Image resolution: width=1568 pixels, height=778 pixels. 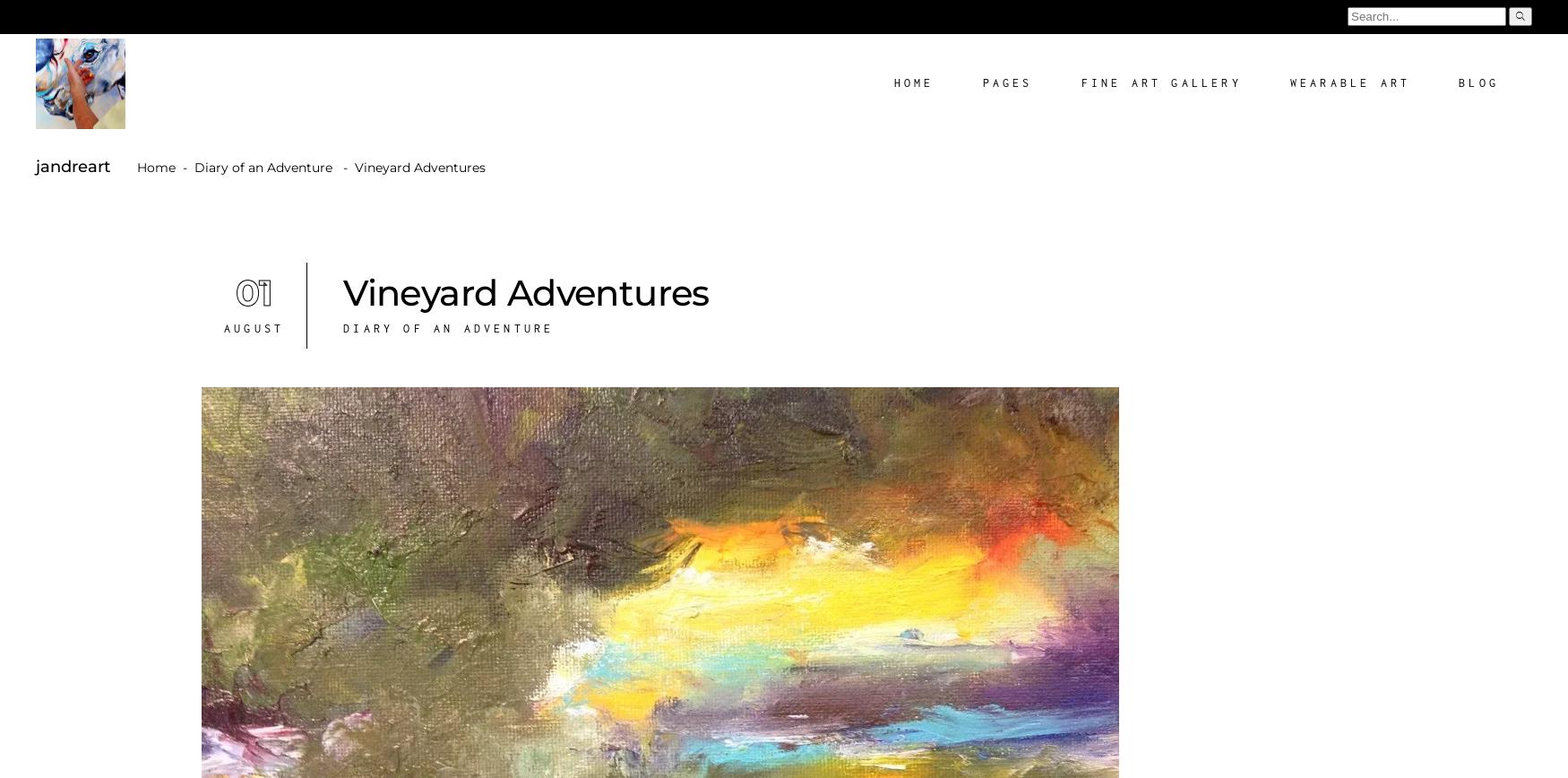 I want to click on 'jandreart', so click(x=73, y=167).